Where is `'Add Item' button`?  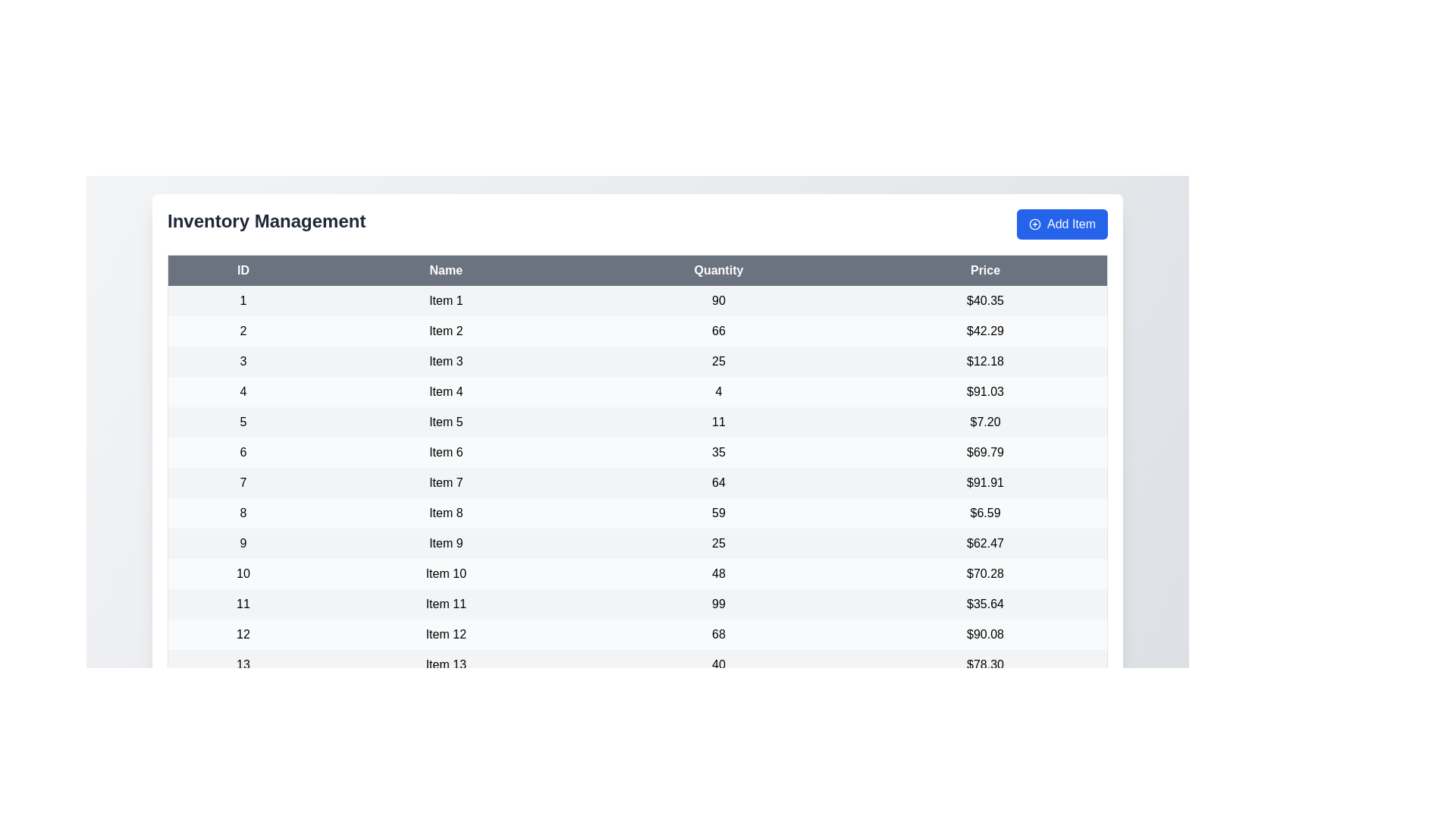
'Add Item' button is located at coordinates (1062, 224).